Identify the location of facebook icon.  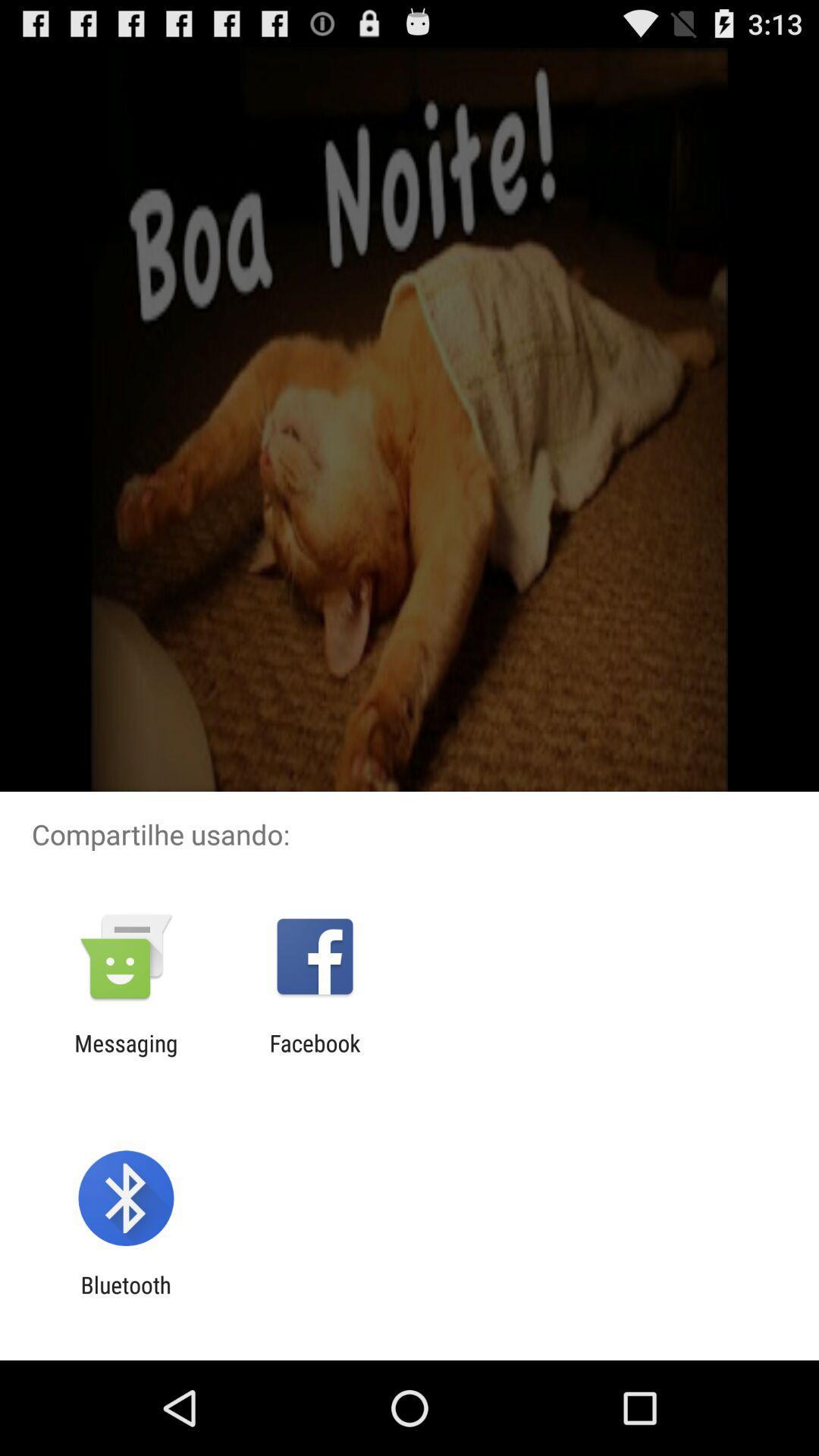
(314, 1056).